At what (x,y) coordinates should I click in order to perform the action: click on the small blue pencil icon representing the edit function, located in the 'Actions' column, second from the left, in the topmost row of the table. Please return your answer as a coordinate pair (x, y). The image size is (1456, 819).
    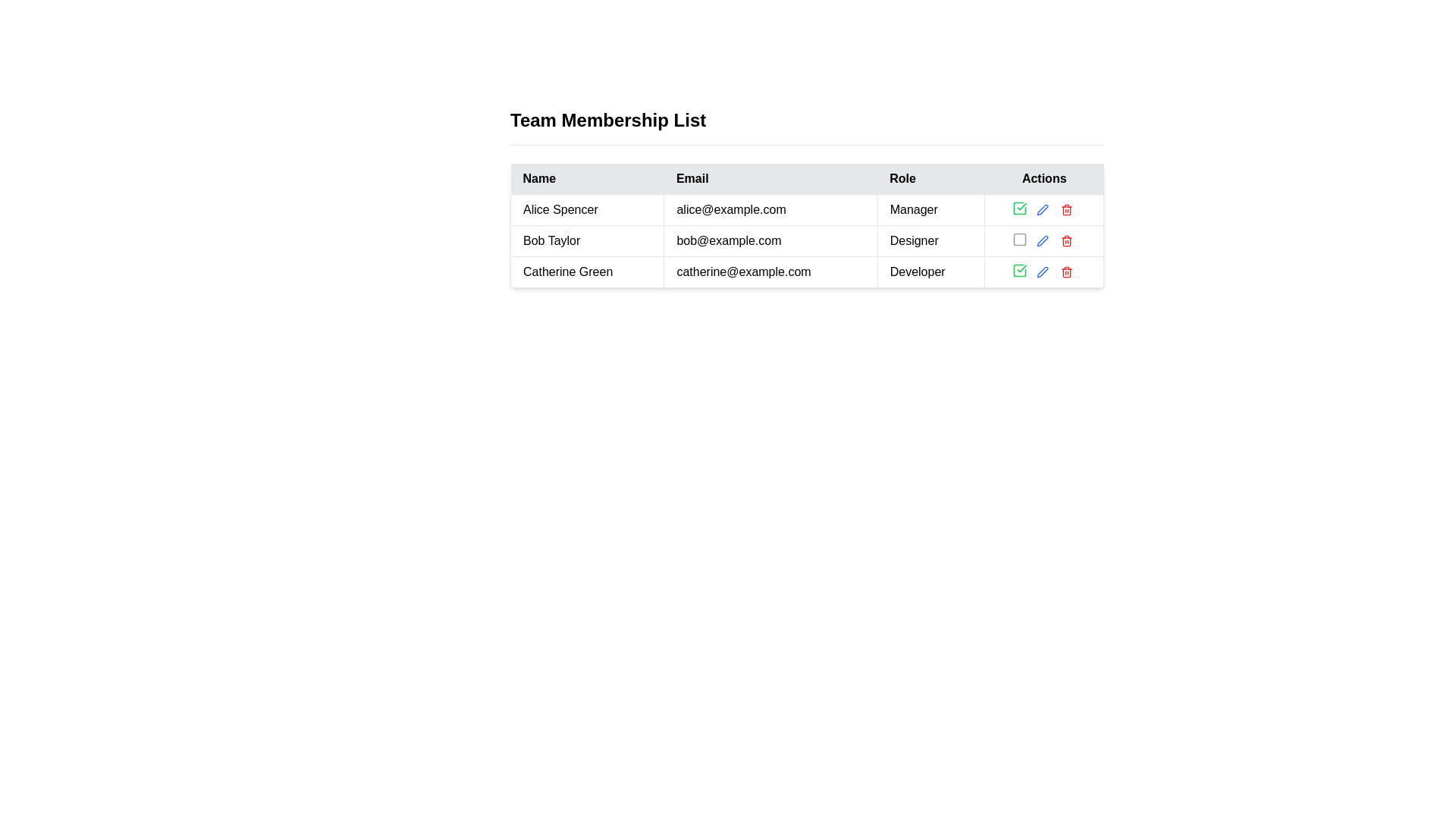
    Looking at the image, I should click on (1042, 210).